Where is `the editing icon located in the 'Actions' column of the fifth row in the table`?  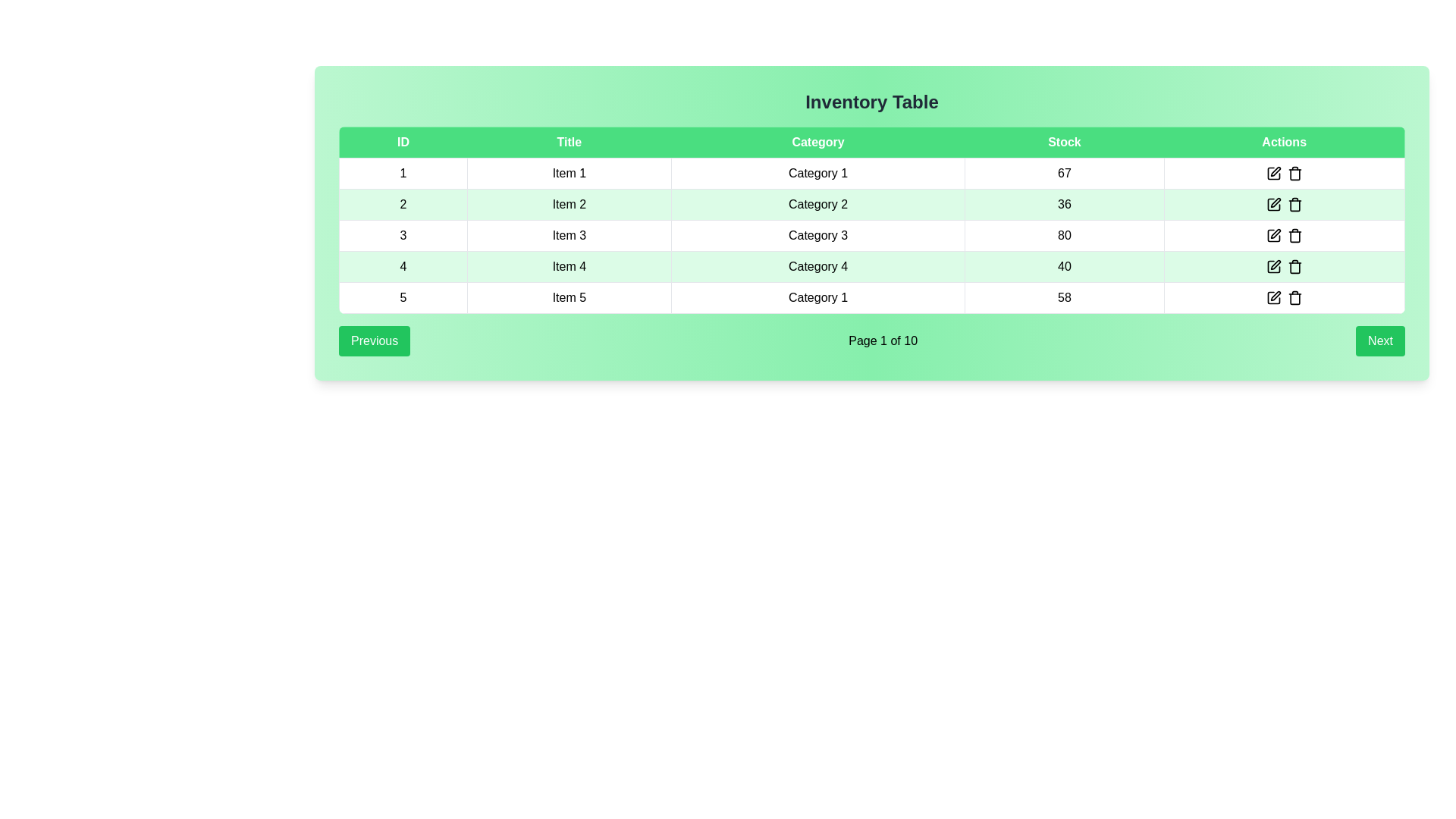
the editing icon located in the 'Actions' column of the fifth row in the table is located at coordinates (1274, 298).